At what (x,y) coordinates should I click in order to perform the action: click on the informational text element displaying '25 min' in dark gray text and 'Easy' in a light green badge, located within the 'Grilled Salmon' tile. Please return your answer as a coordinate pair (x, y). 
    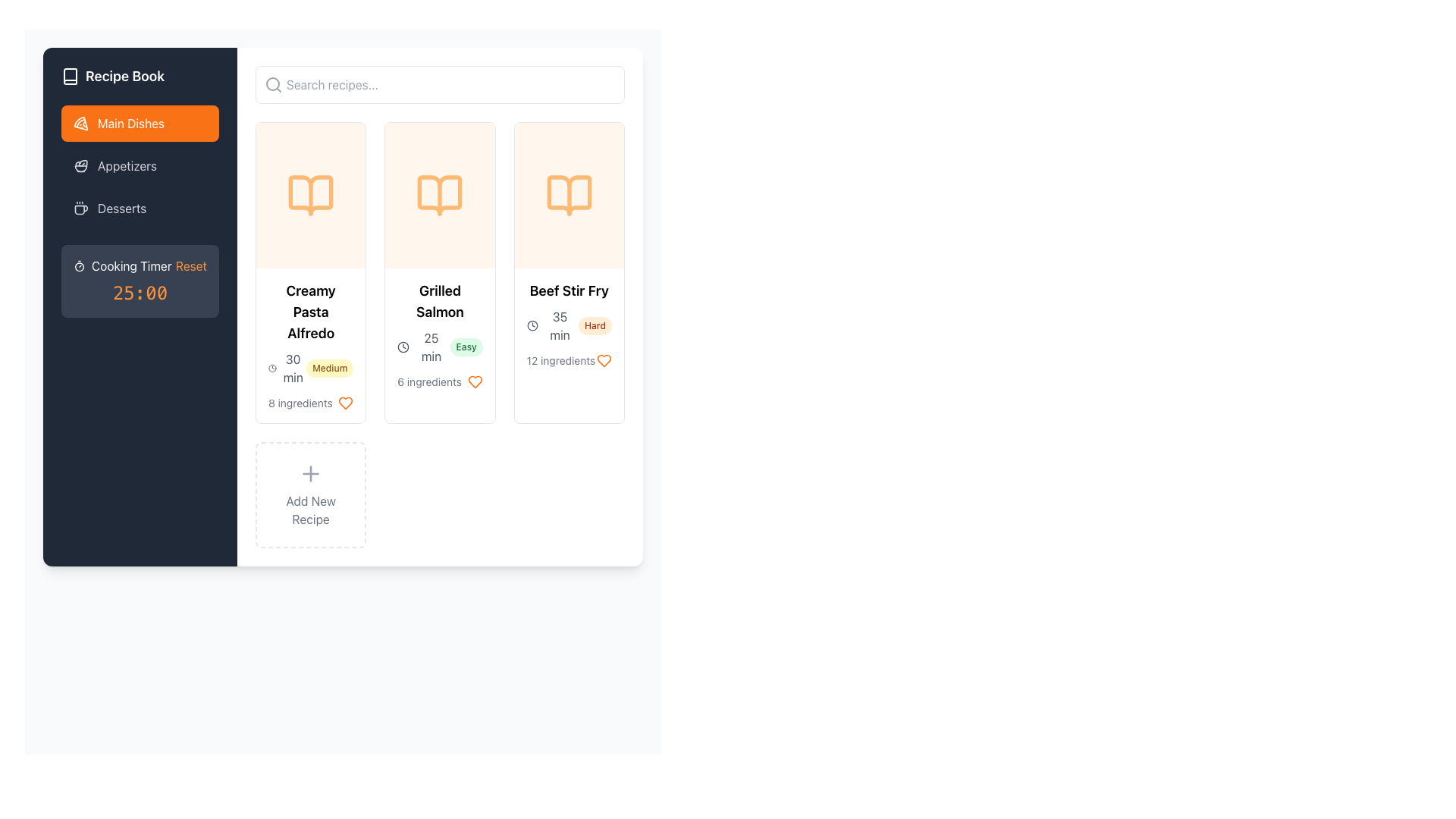
    Looking at the image, I should click on (439, 347).